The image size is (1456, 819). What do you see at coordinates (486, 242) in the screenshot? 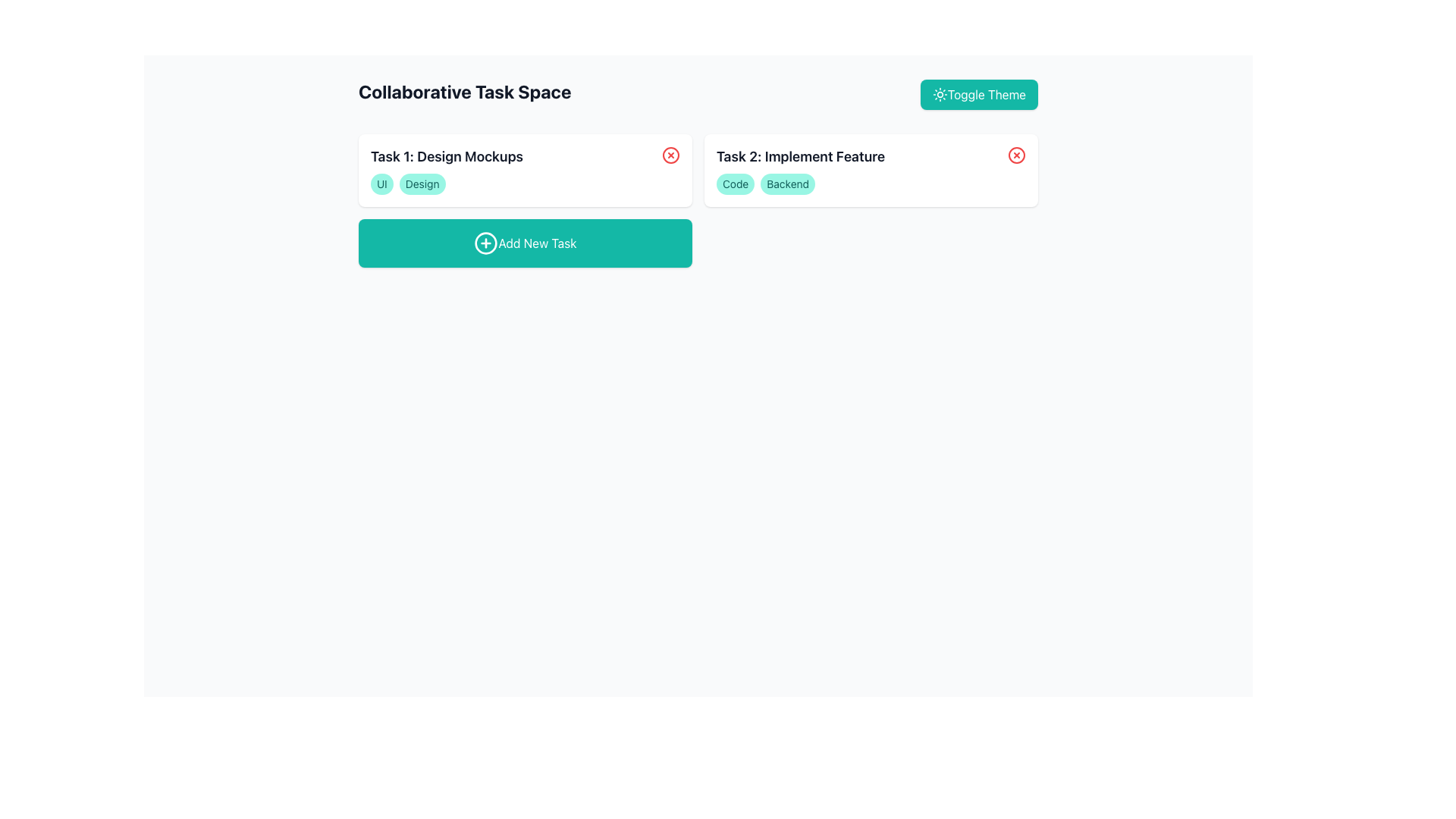
I see `the circular button icon with a '+' symbol, which is part of the 'Add New Task' button, for visual feedback` at bounding box center [486, 242].